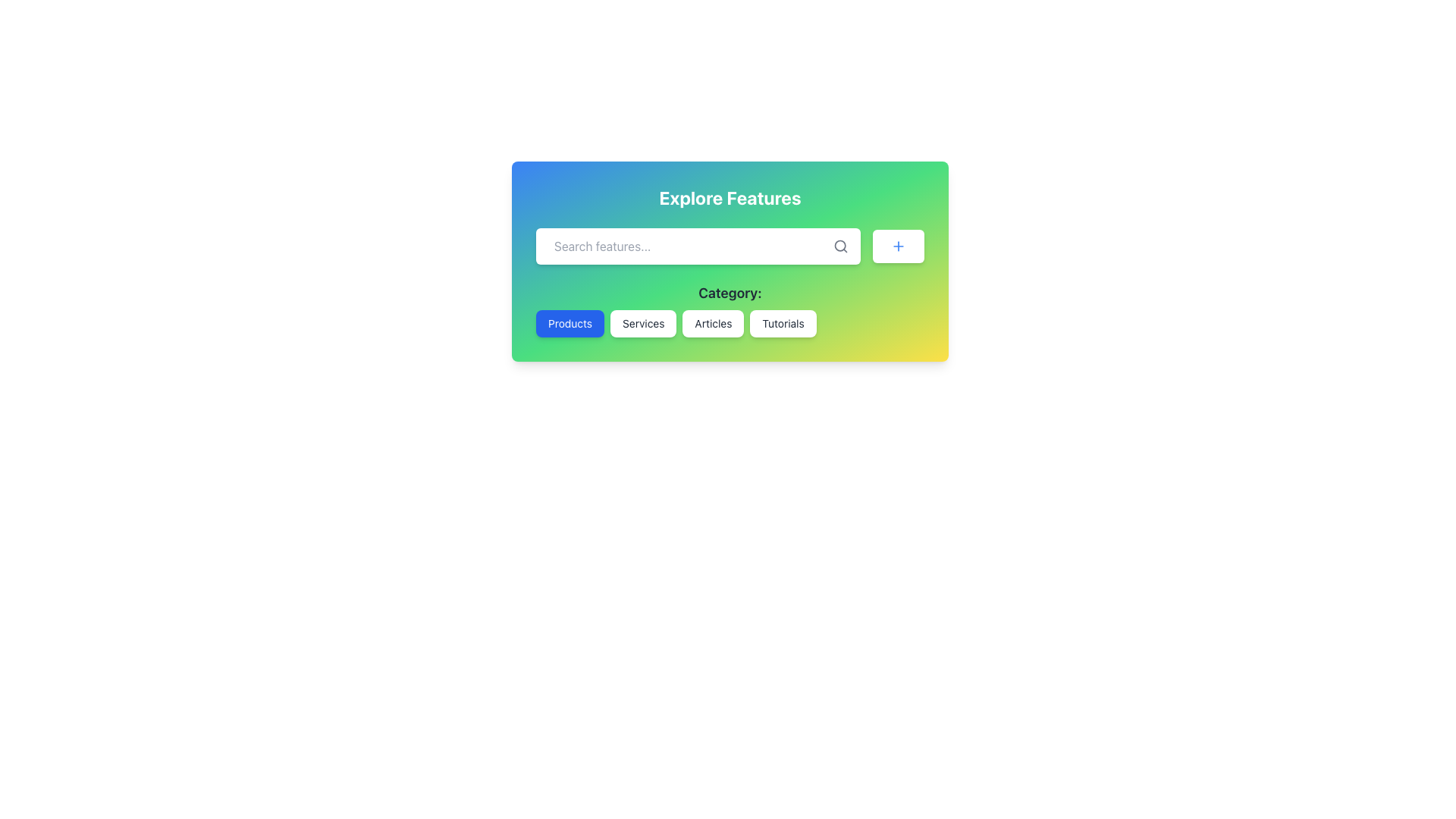  Describe the element at coordinates (643, 323) in the screenshot. I see `the 'Services' button, which has rounded edges and a white background` at that location.